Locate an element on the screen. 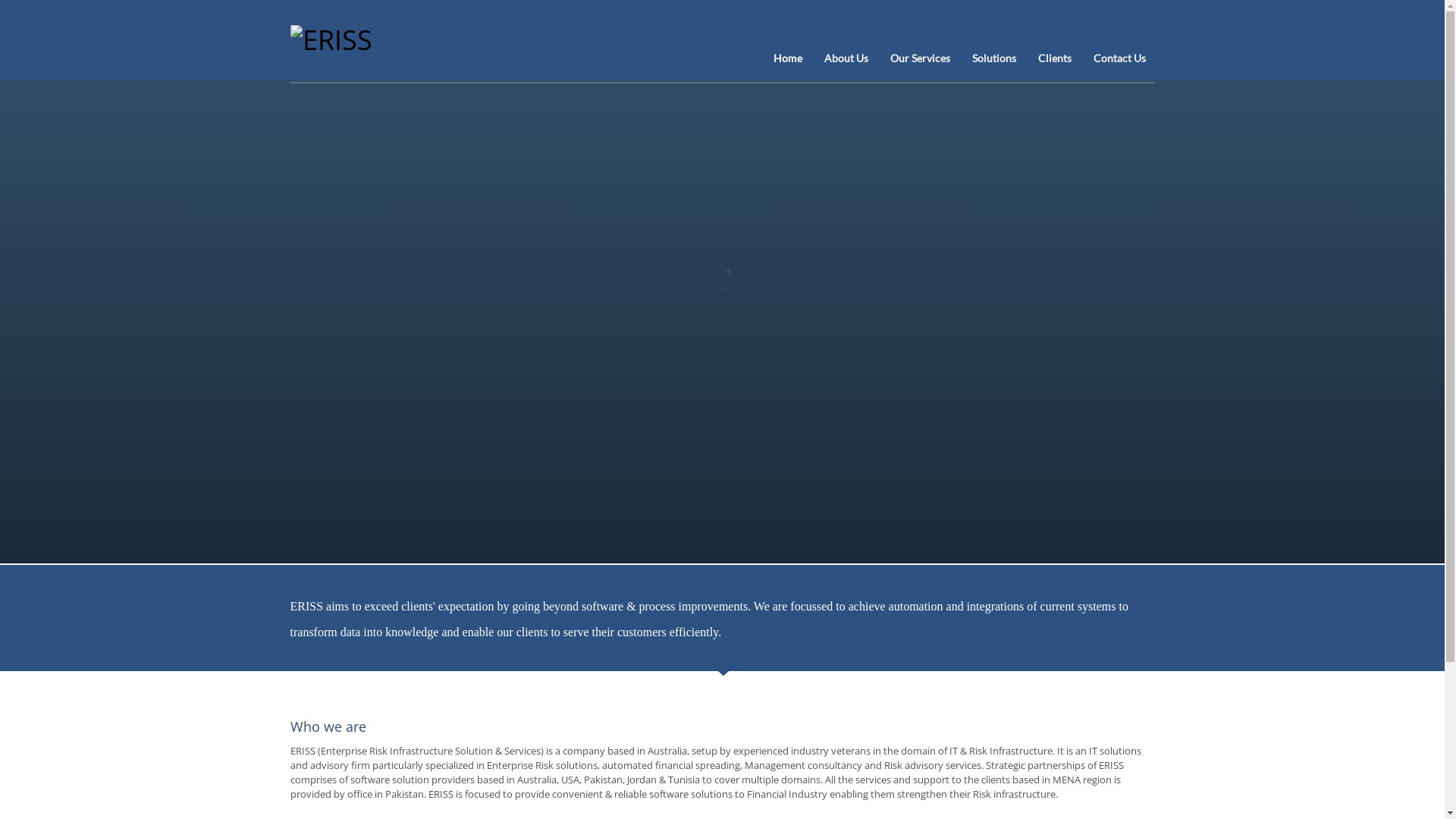 The height and width of the screenshot is (819, 1456). 'About Us' is located at coordinates (846, 58).